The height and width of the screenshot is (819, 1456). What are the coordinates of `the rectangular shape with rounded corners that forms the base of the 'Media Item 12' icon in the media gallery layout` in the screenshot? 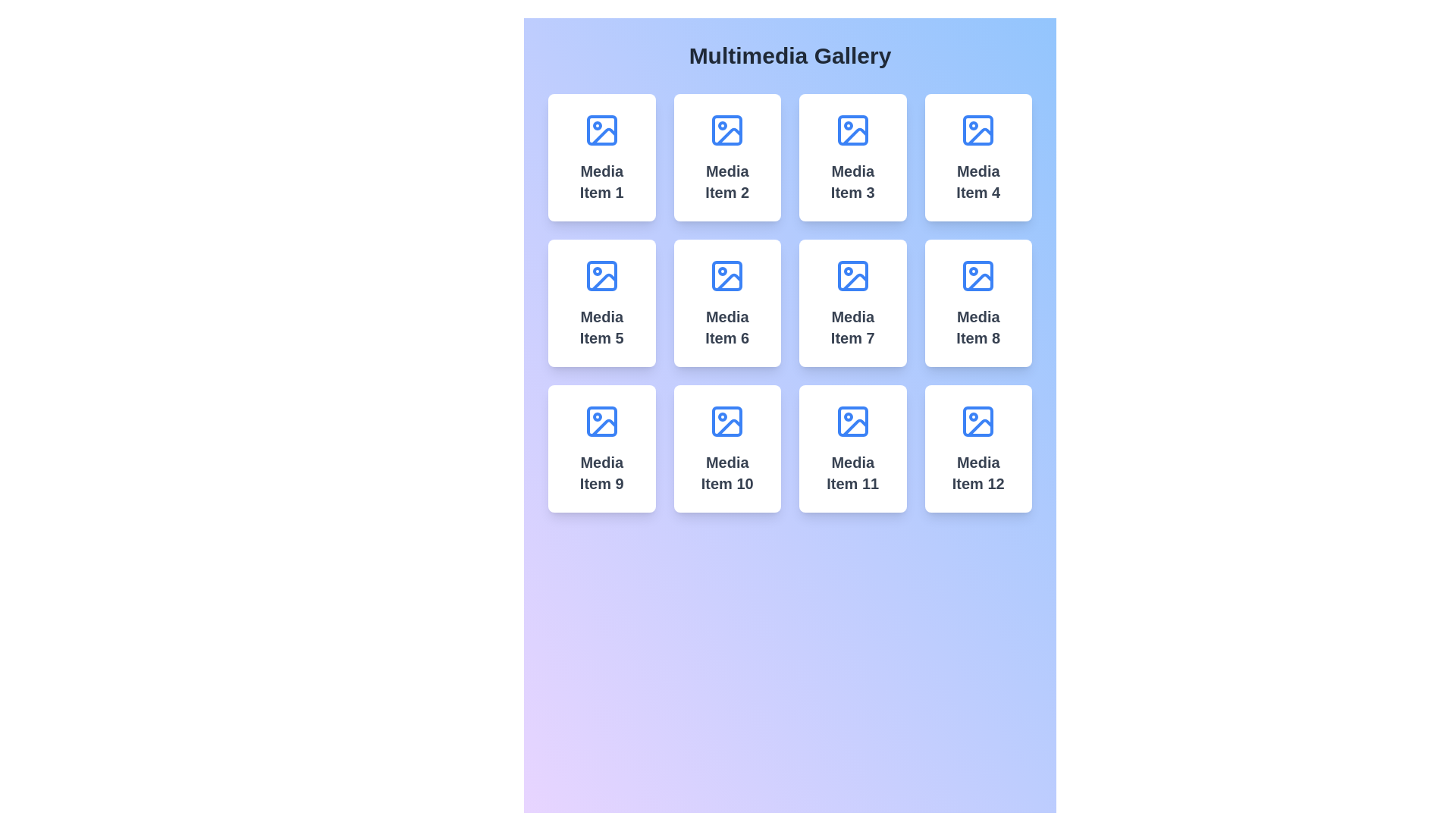 It's located at (978, 421).